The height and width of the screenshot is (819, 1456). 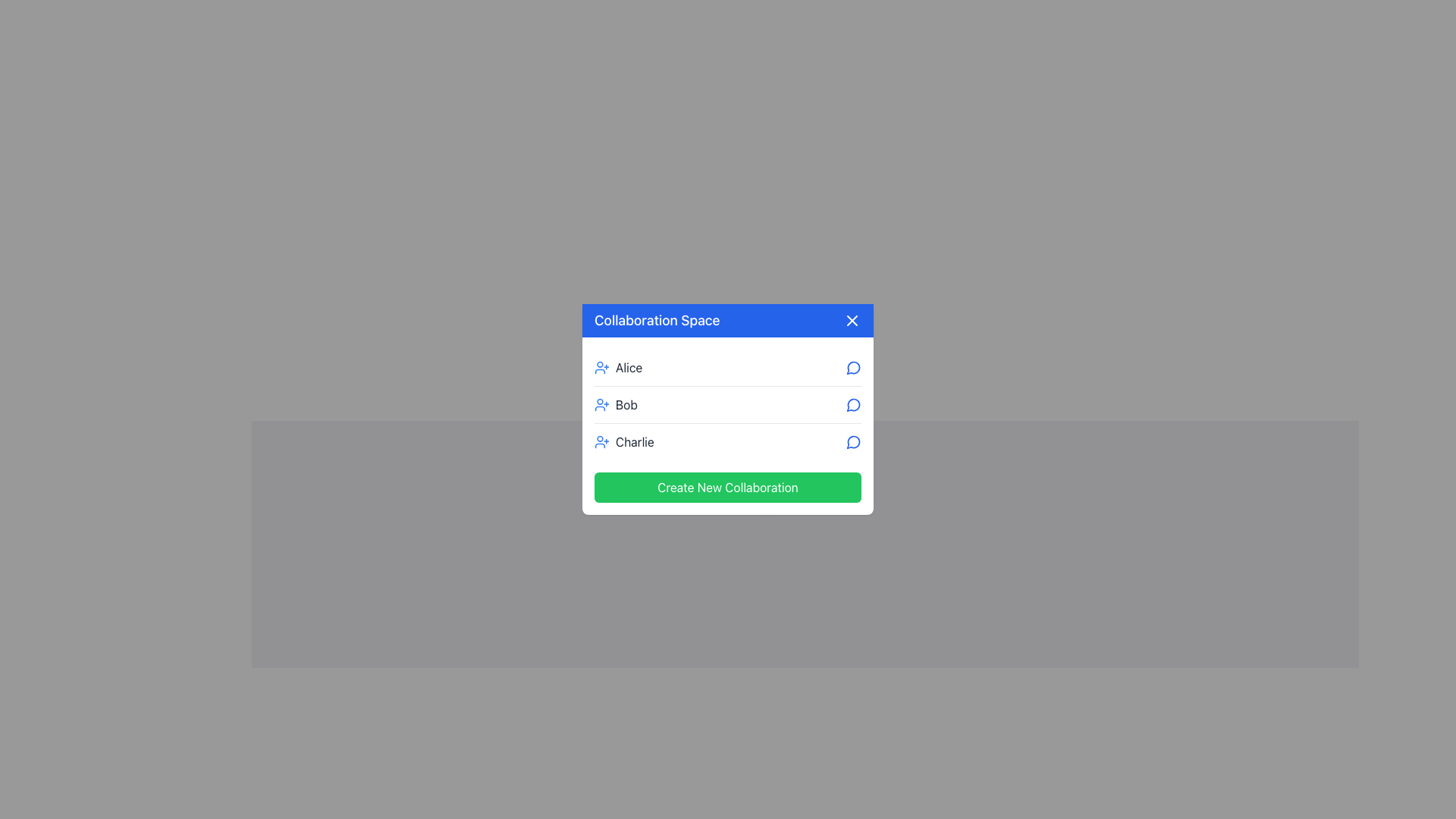 I want to click on the interactive messaging button located to the right of the list item labeled 'Bob' in the 'Collaboration Space' panel, so click(x=854, y=403).